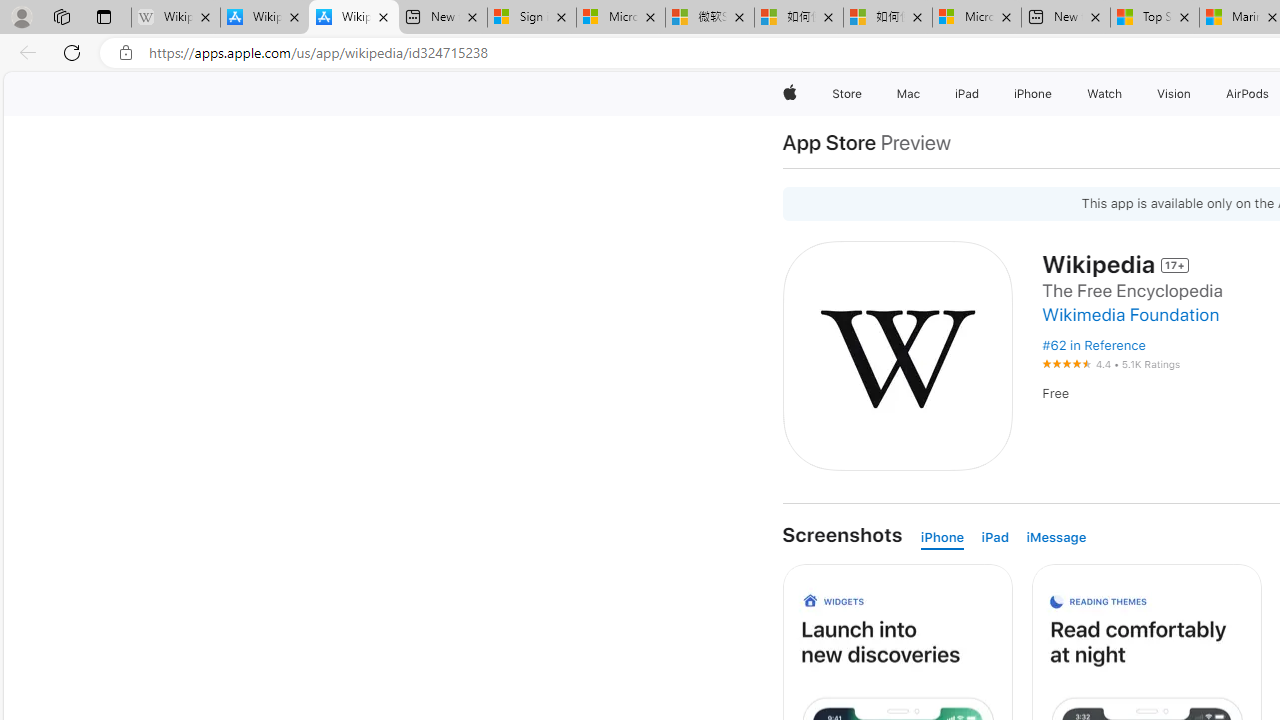 This screenshot has width=1280, height=720. I want to click on 'Class: globalnav-submenu-trigger-item', so click(1195, 93).